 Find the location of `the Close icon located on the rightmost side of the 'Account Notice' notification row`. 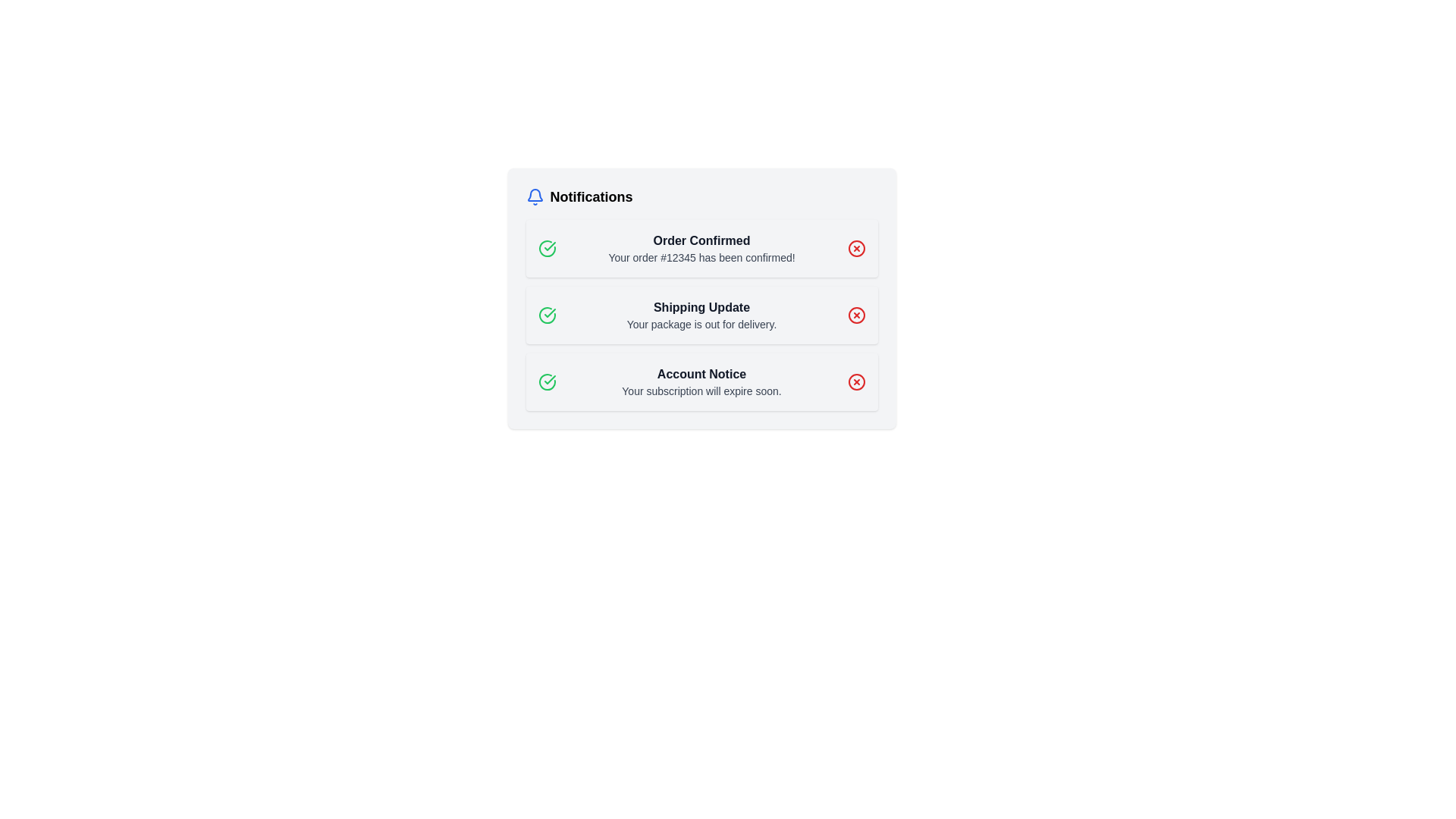

the Close icon located on the rightmost side of the 'Account Notice' notification row is located at coordinates (856, 381).